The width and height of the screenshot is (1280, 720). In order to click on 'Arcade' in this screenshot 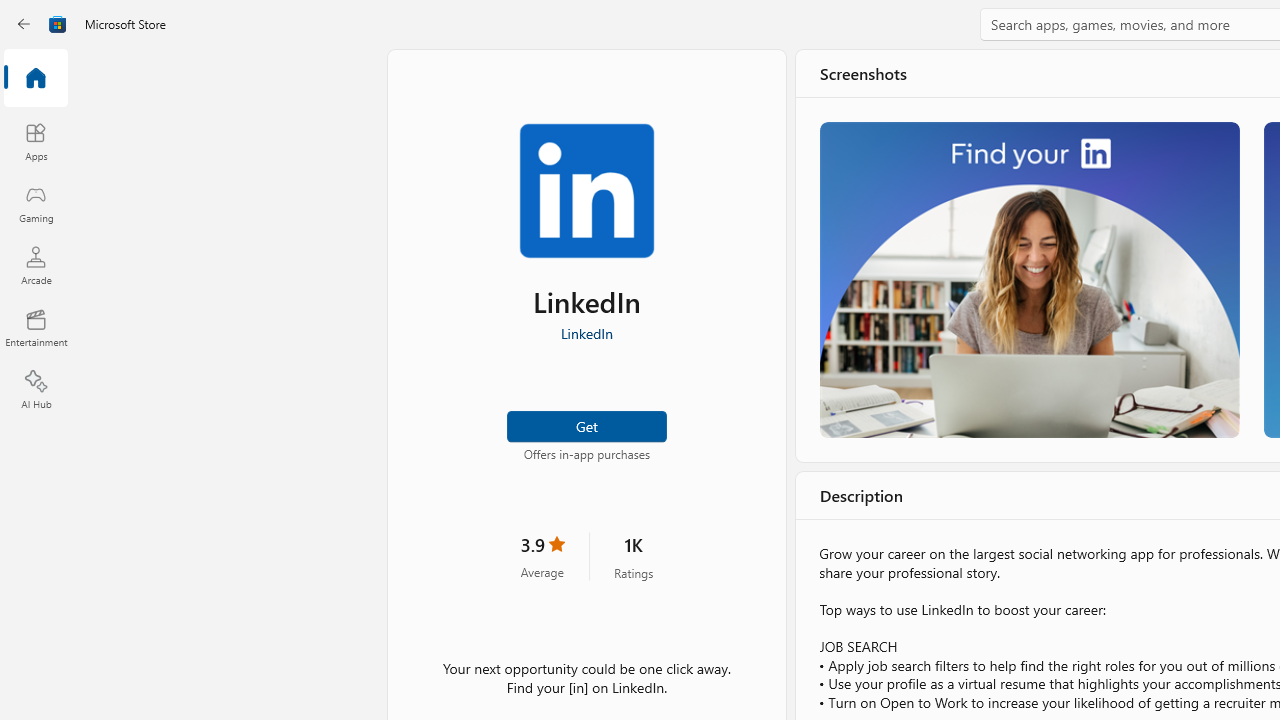, I will do `click(35, 264)`.